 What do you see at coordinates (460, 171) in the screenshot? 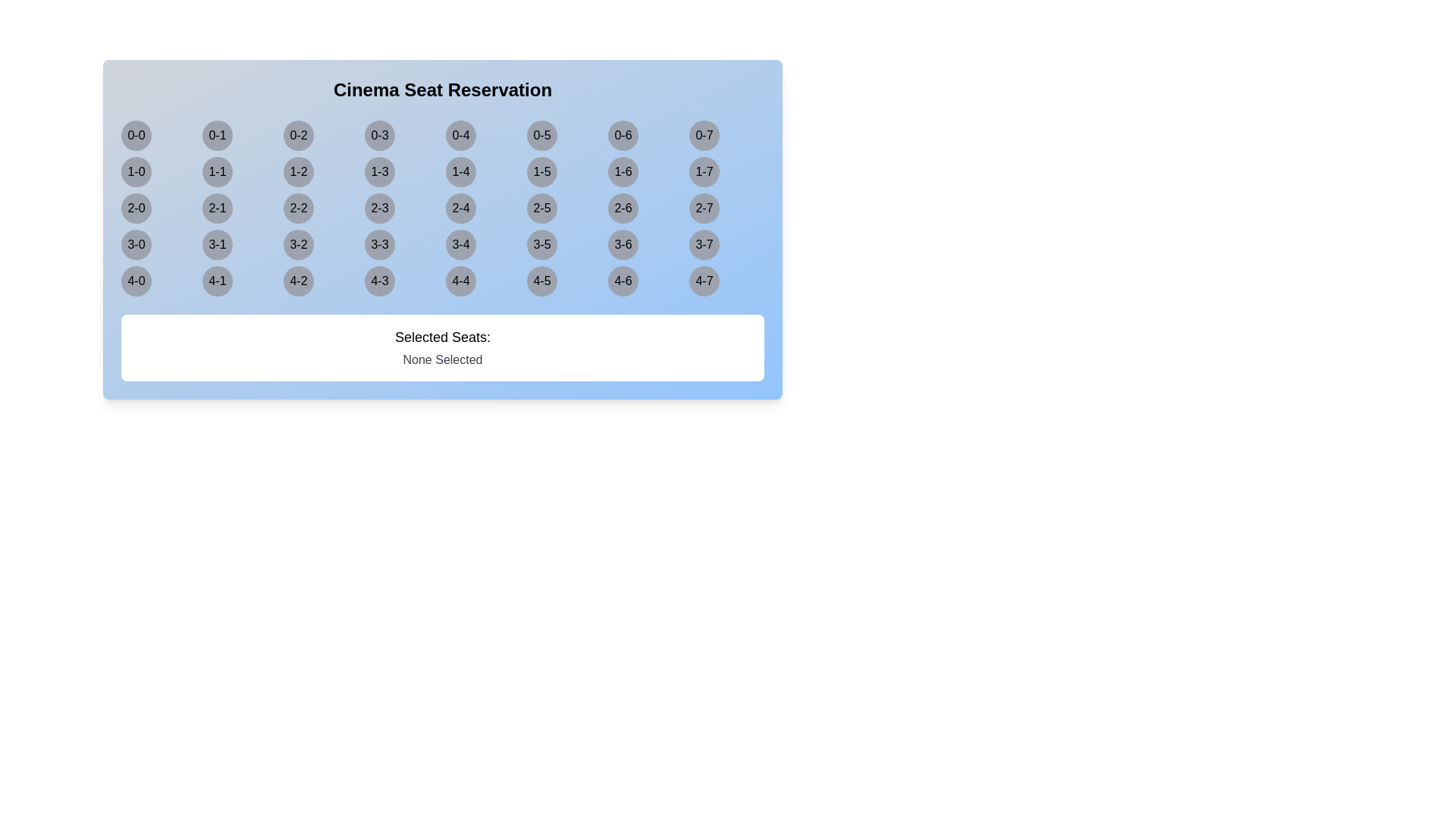
I see `the circular button labeled '1-4' with a light gray background` at bounding box center [460, 171].